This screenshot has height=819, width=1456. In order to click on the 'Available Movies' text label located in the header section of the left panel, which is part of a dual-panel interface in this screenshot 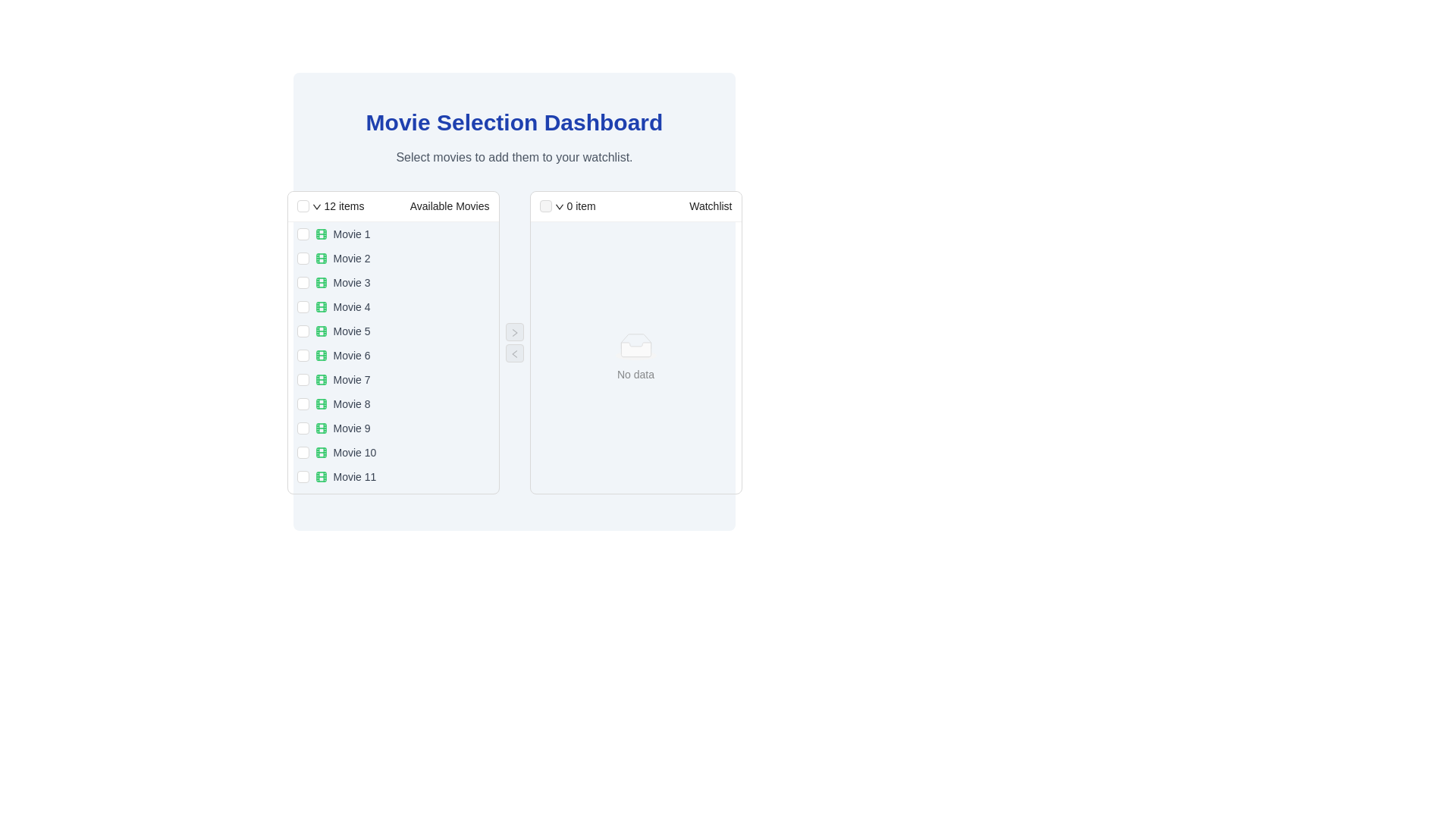, I will do `click(428, 206)`.